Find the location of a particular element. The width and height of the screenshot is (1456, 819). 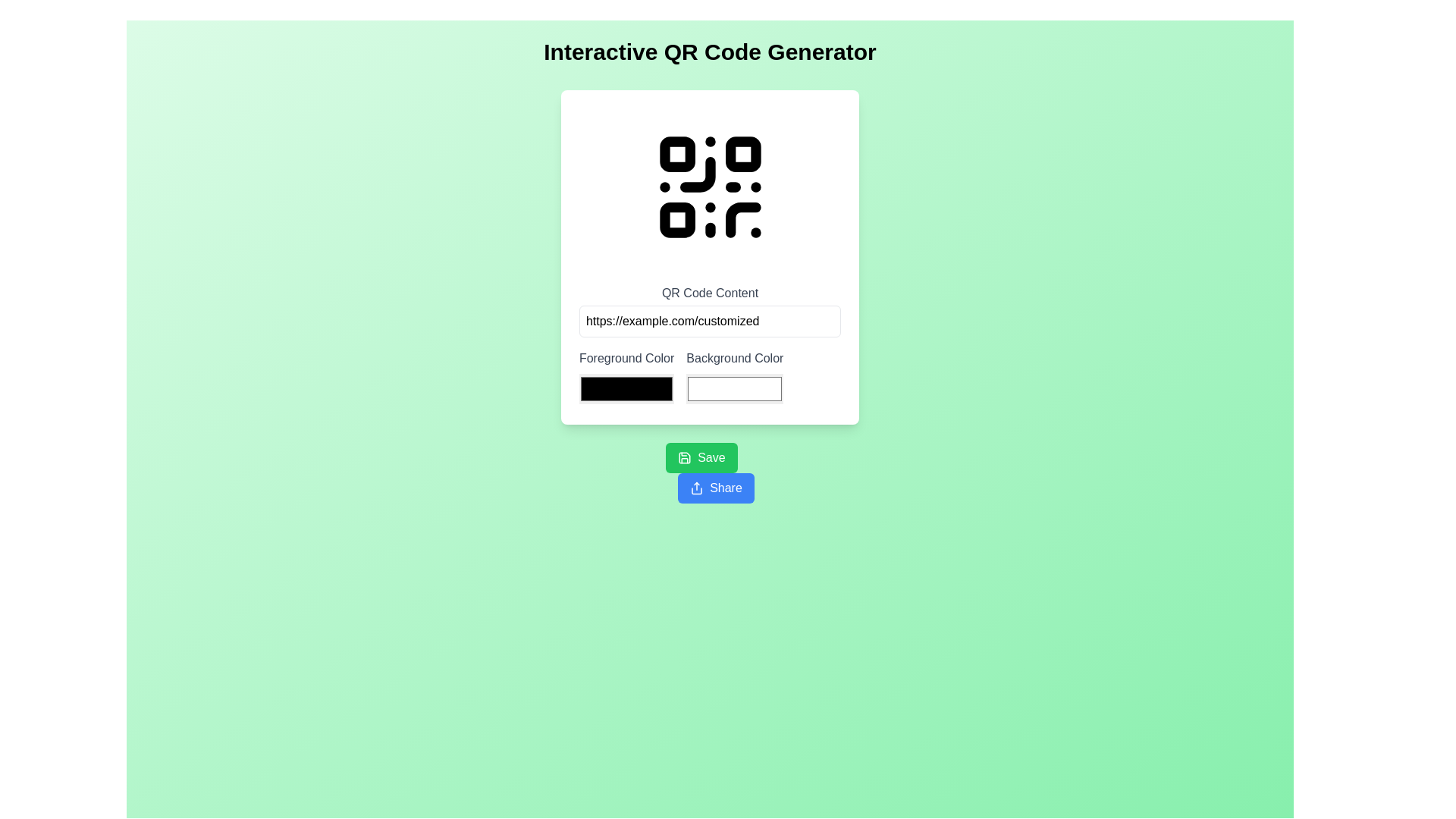

the first color input field that allows users to select or input a color for the foreground, located to the left of the 'Background Color' selector is located at coordinates (626, 377).